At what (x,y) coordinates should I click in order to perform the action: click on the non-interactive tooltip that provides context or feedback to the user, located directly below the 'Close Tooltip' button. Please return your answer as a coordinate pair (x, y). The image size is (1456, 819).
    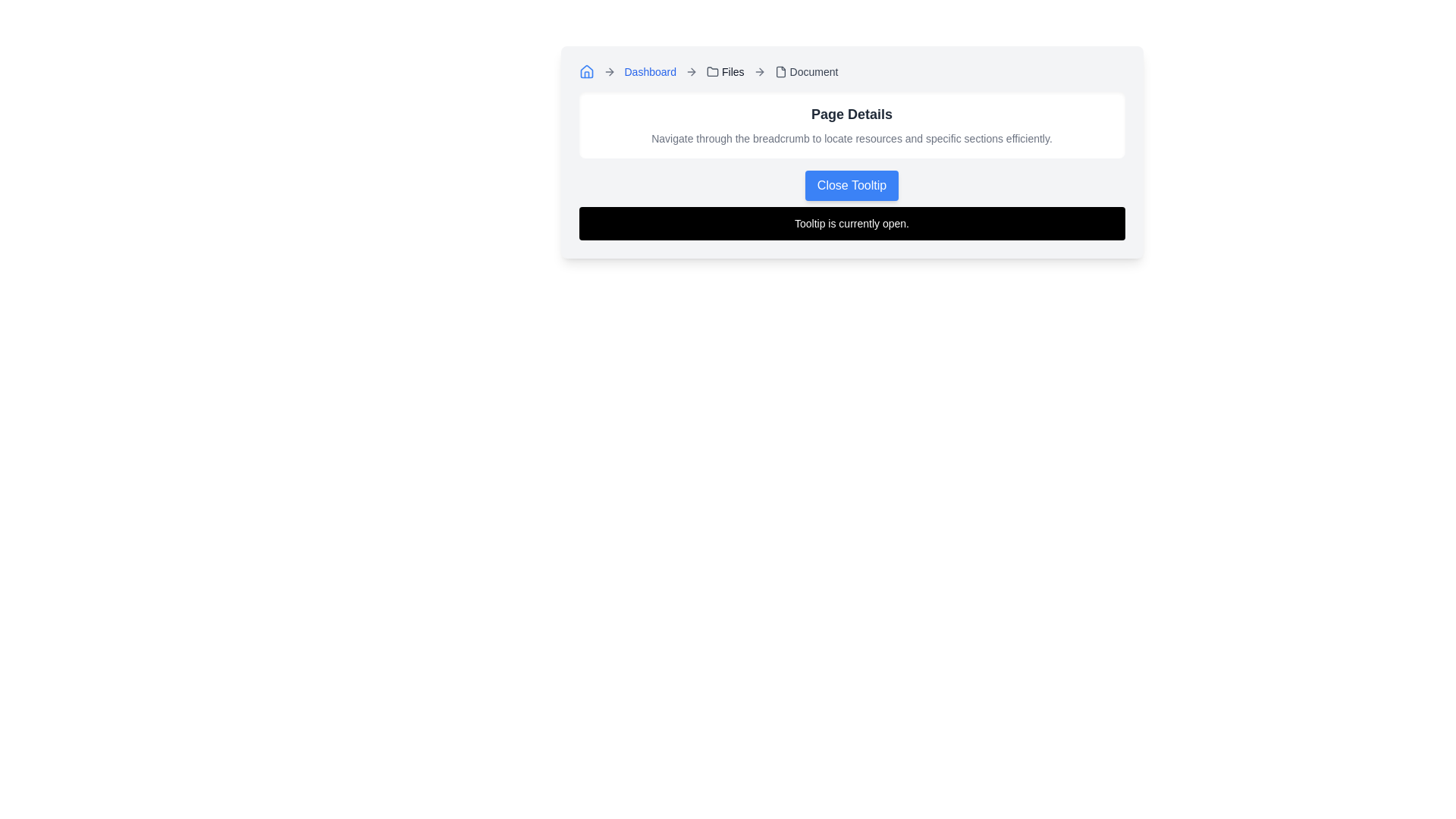
    Looking at the image, I should click on (852, 223).